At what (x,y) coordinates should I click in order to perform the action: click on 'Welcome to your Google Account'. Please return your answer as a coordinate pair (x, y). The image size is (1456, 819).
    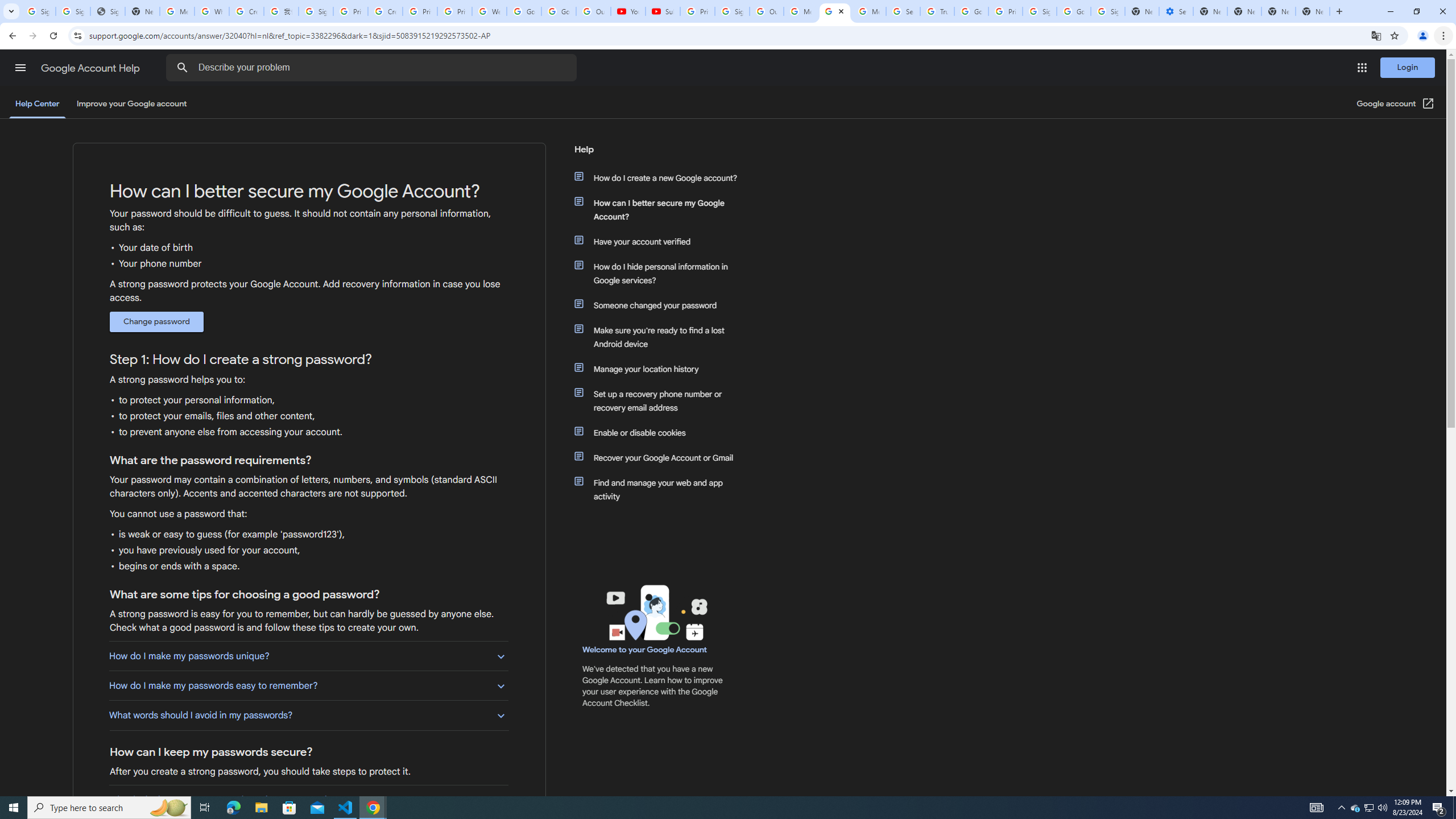
    Looking at the image, I should click on (644, 649).